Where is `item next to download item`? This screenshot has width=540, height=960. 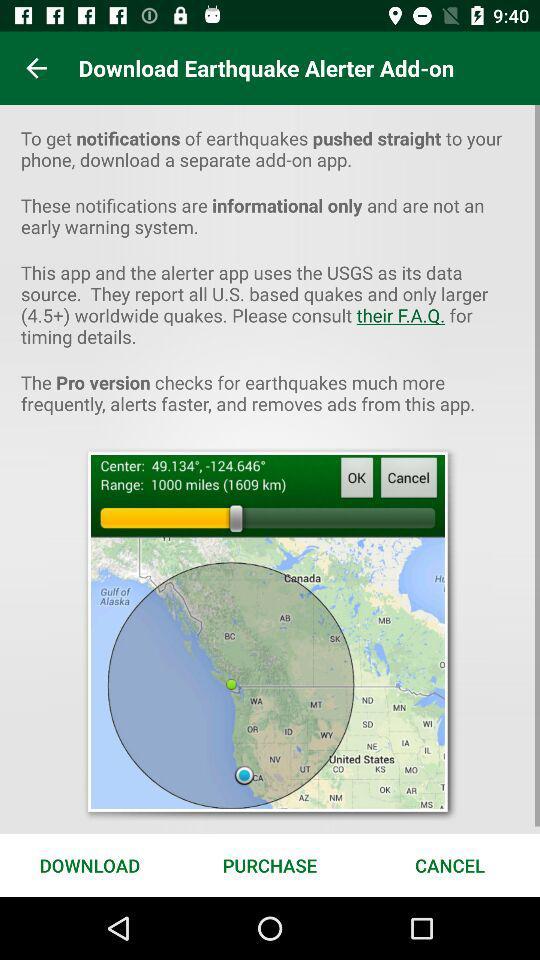
item next to download item is located at coordinates (270, 864).